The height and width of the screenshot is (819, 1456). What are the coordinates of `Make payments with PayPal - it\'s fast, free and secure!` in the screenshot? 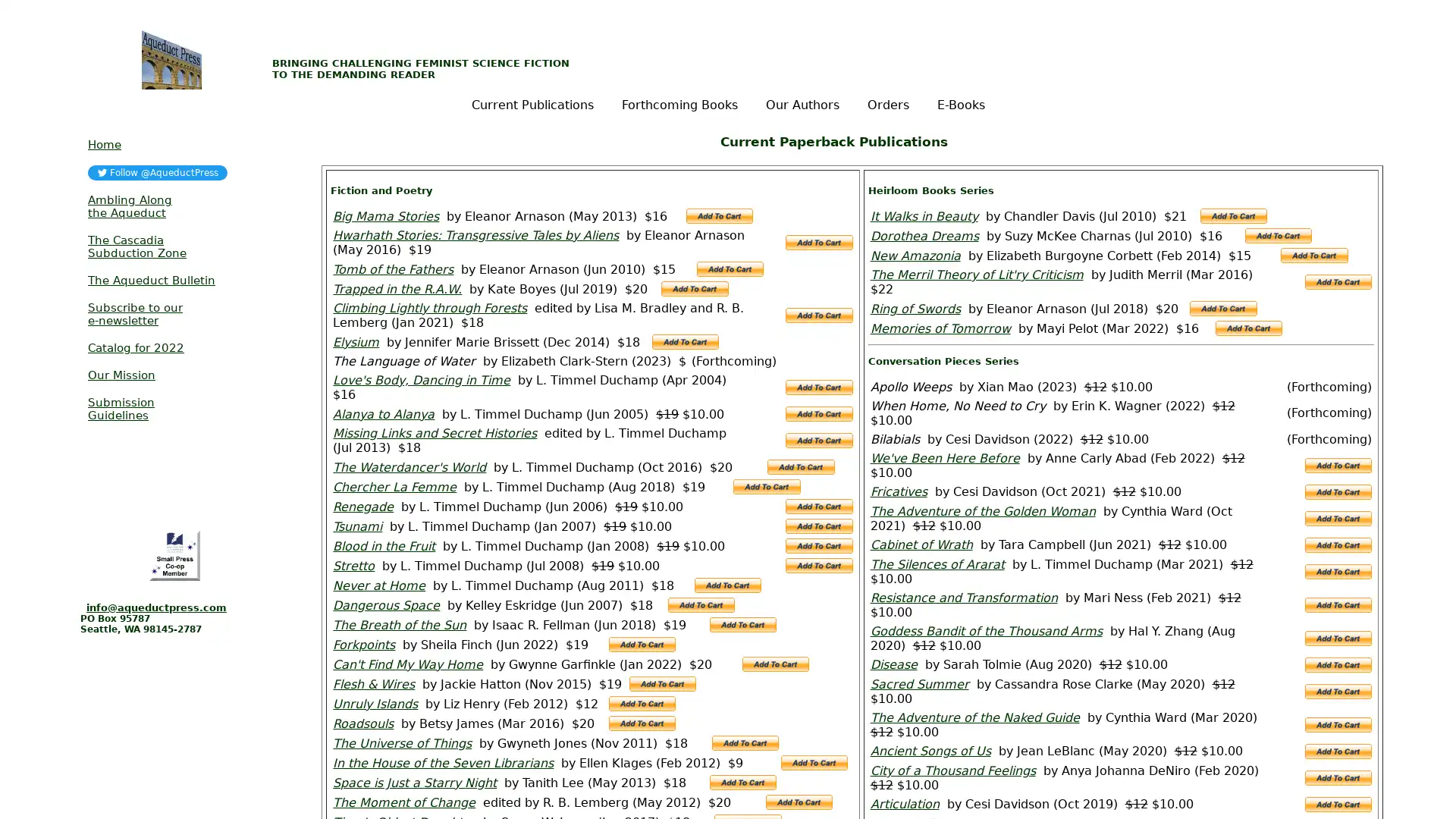 It's located at (742, 625).